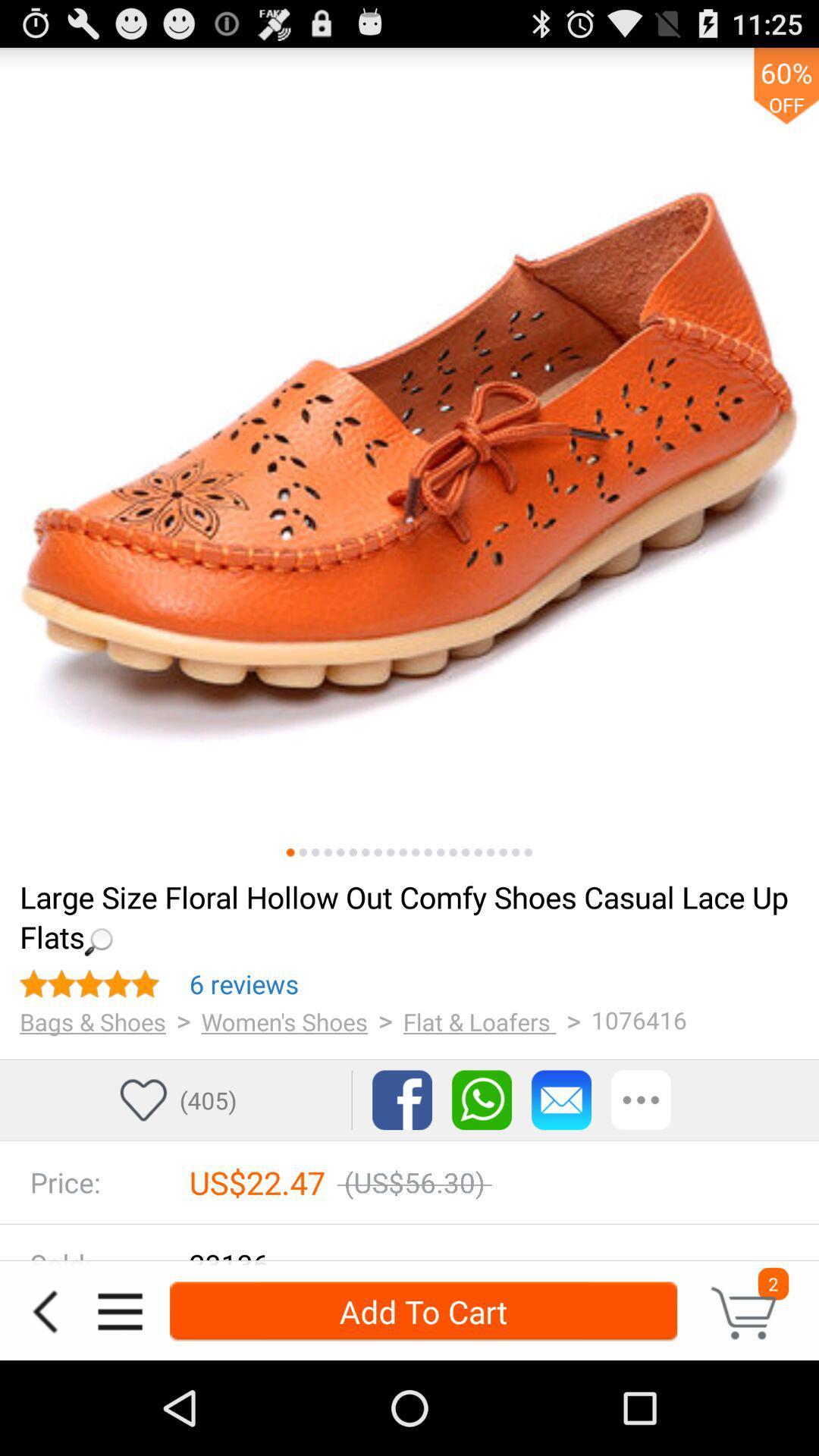  What do you see at coordinates (641, 1100) in the screenshot?
I see `other sharing options` at bounding box center [641, 1100].